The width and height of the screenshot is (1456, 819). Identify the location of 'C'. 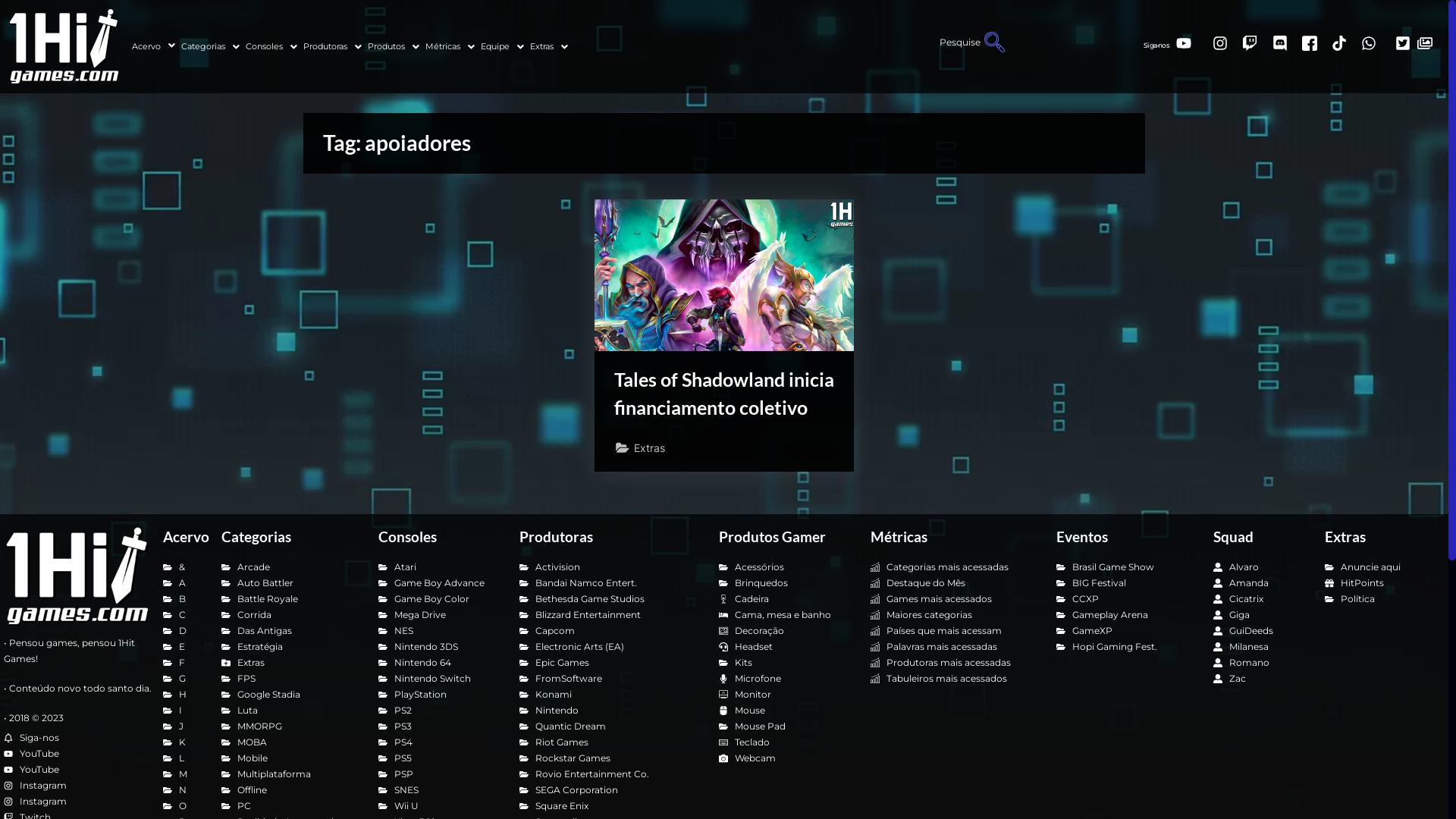
(184, 614).